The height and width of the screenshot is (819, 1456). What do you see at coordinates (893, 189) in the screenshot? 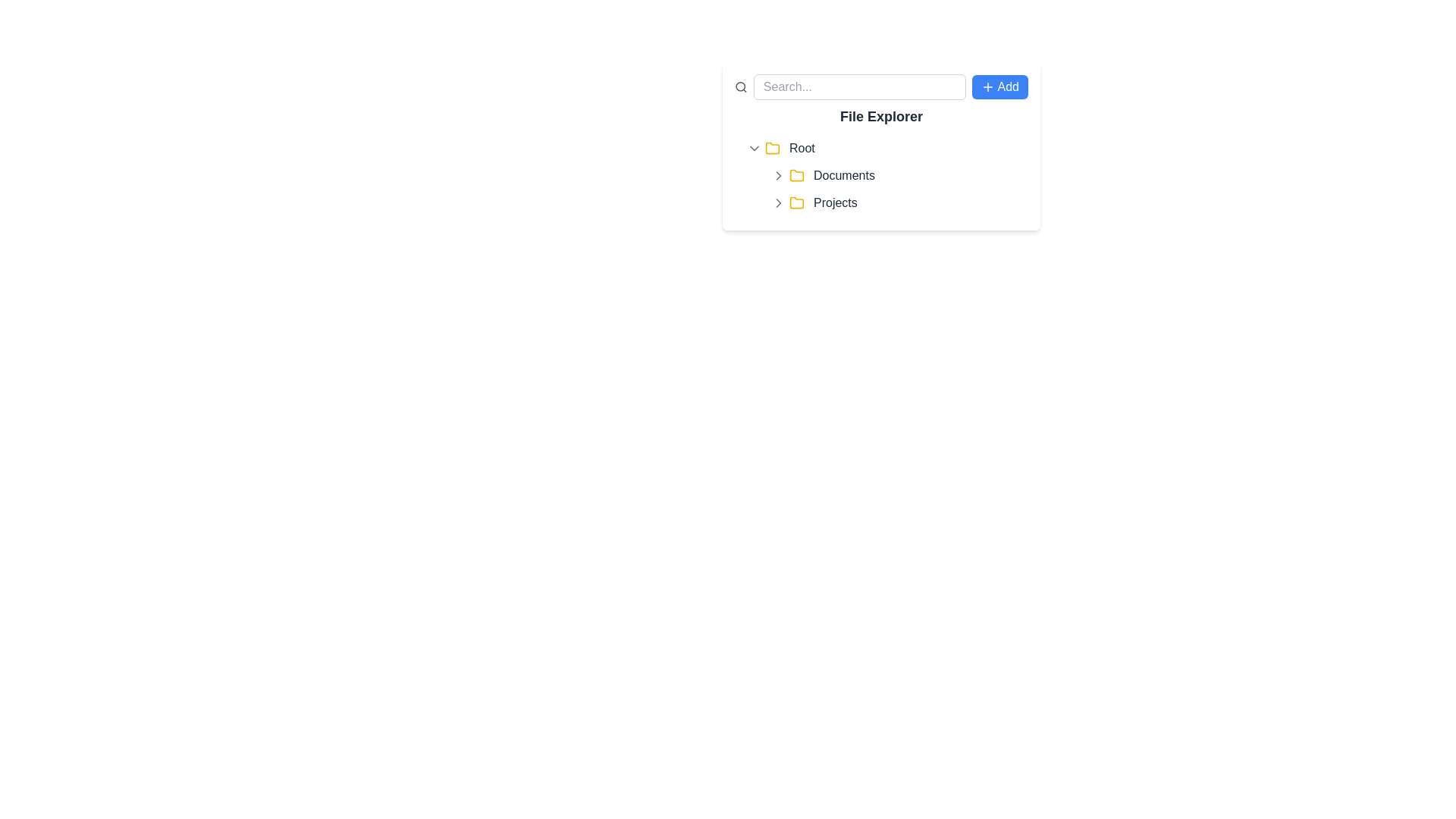
I see `the 'Documents' or 'Projects' category in the navigation list` at bounding box center [893, 189].